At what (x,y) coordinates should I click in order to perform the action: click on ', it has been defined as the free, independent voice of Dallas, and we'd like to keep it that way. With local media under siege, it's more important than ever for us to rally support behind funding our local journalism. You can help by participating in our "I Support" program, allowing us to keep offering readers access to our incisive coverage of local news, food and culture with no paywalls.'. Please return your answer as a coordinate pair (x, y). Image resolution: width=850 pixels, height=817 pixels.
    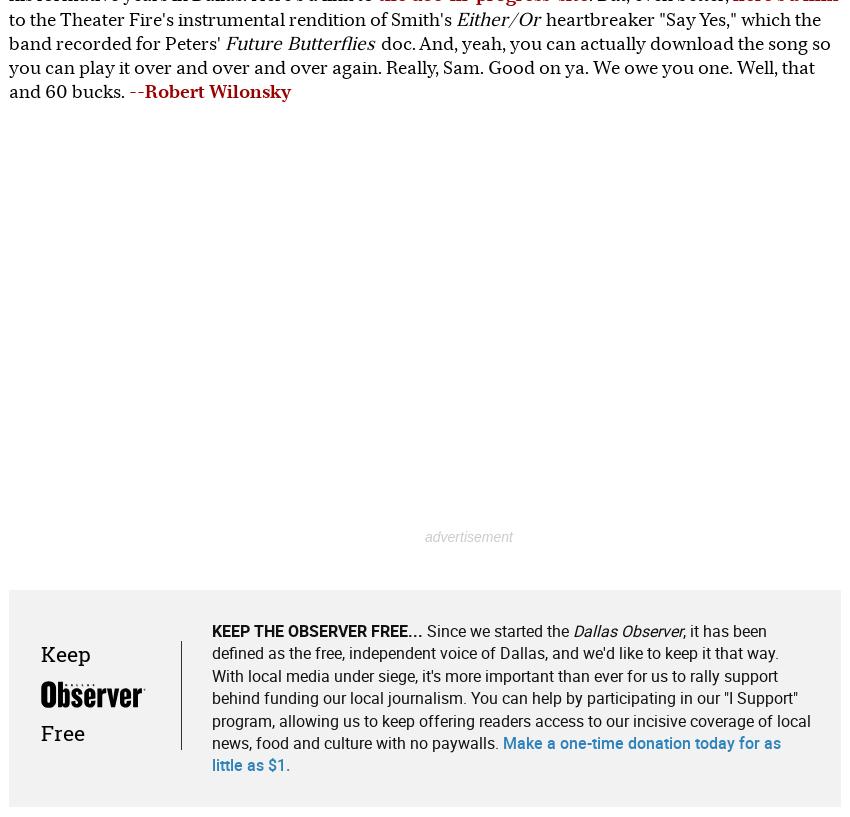
    Looking at the image, I should click on (510, 685).